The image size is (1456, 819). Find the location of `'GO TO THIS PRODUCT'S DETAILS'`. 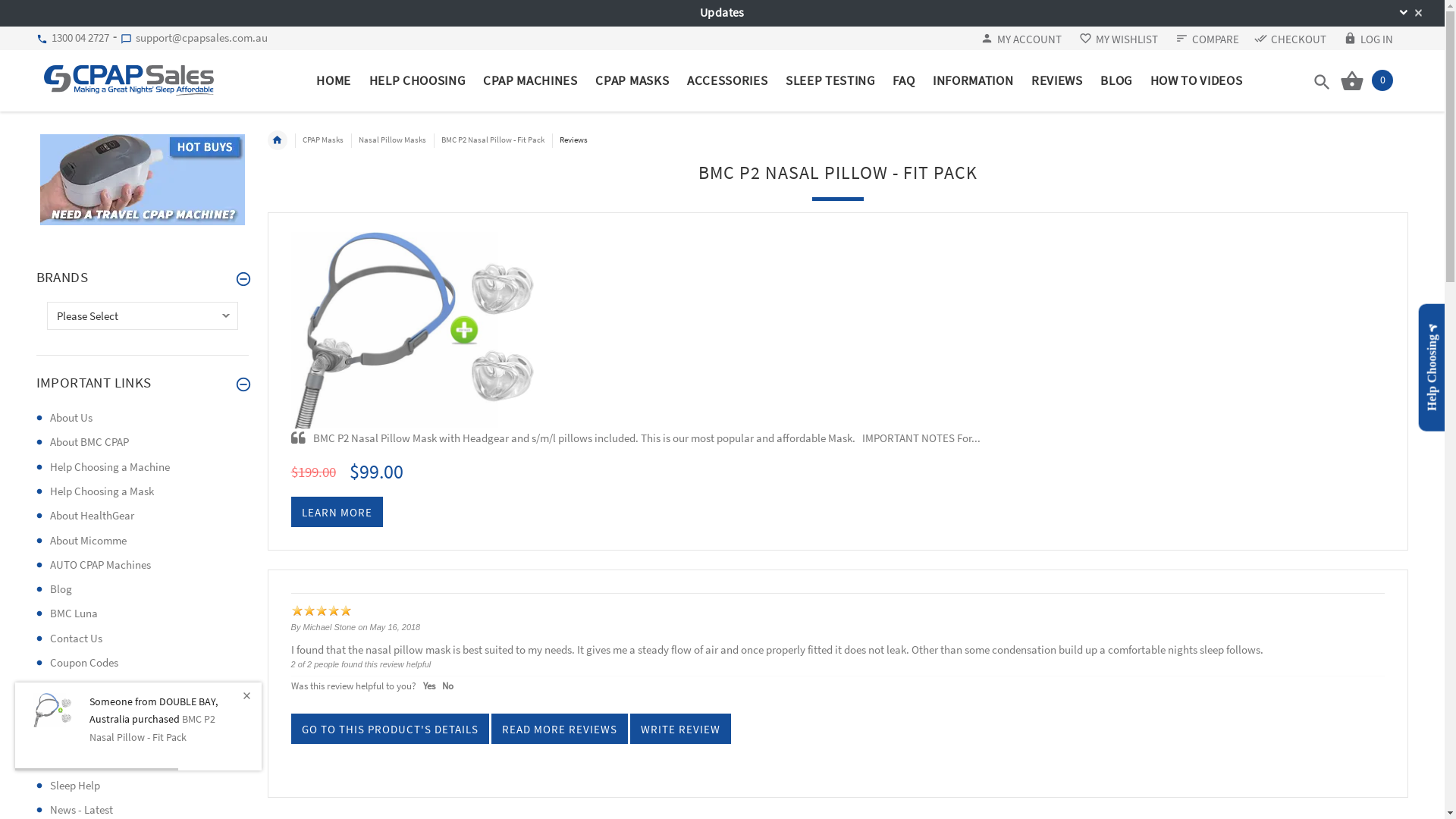

'GO TO THIS PRODUCT'S DETAILS' is located at coordinates (390, 727).